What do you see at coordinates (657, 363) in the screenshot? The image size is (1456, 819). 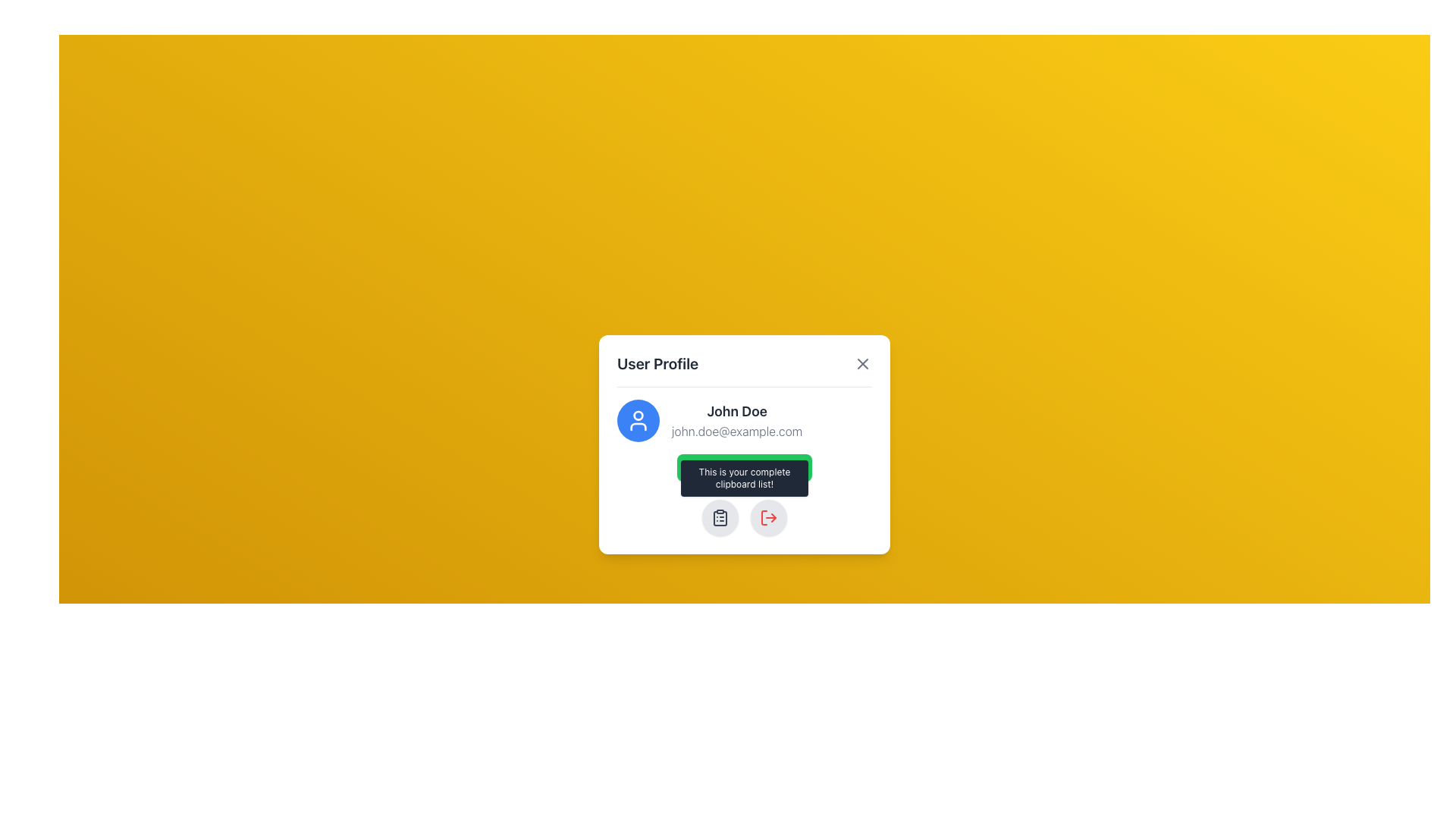 I see `the 'User Profile' text, which is styled in bold and dark gray, located at the top left of the modal card against a yellow background` at bounding box center [657, 363].